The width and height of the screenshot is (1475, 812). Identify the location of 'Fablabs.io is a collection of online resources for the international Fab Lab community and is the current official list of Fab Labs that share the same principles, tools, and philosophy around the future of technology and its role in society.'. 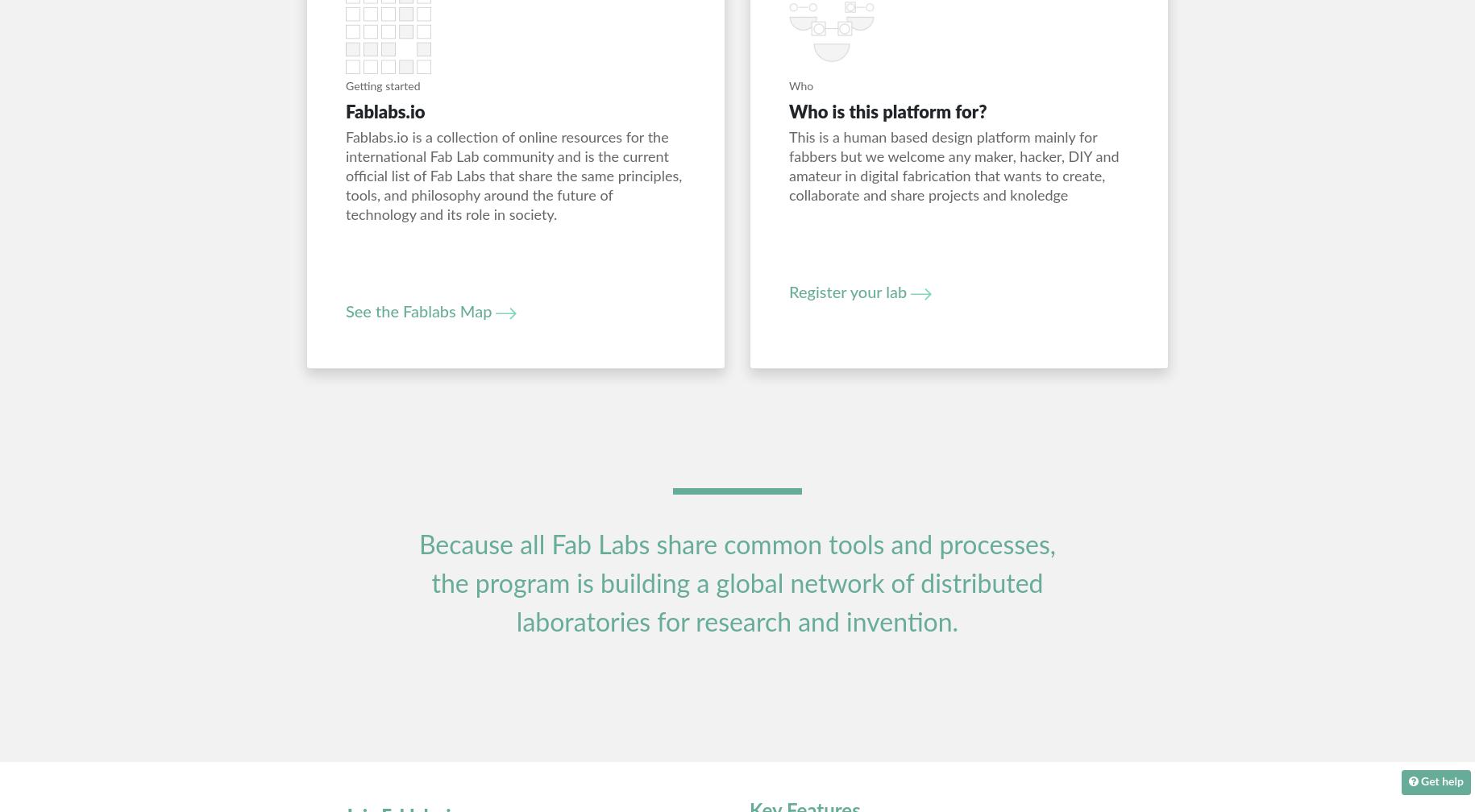
(513, 177).